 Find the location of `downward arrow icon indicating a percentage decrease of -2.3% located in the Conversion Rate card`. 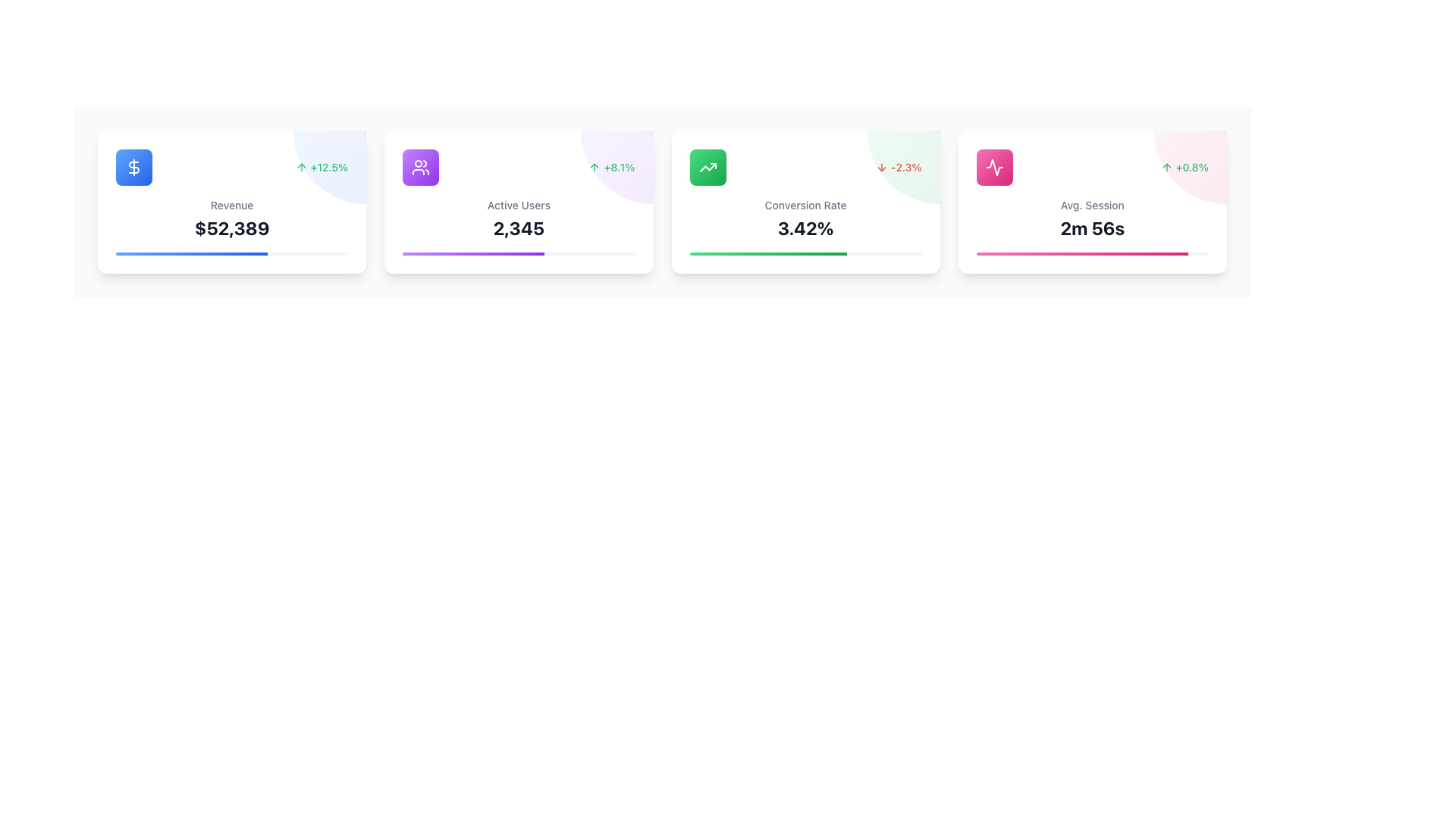

downward arrow icon indicating a percentage decrease of -2.3% located in the Conversion Rate card is located at coordinates (881, 167).